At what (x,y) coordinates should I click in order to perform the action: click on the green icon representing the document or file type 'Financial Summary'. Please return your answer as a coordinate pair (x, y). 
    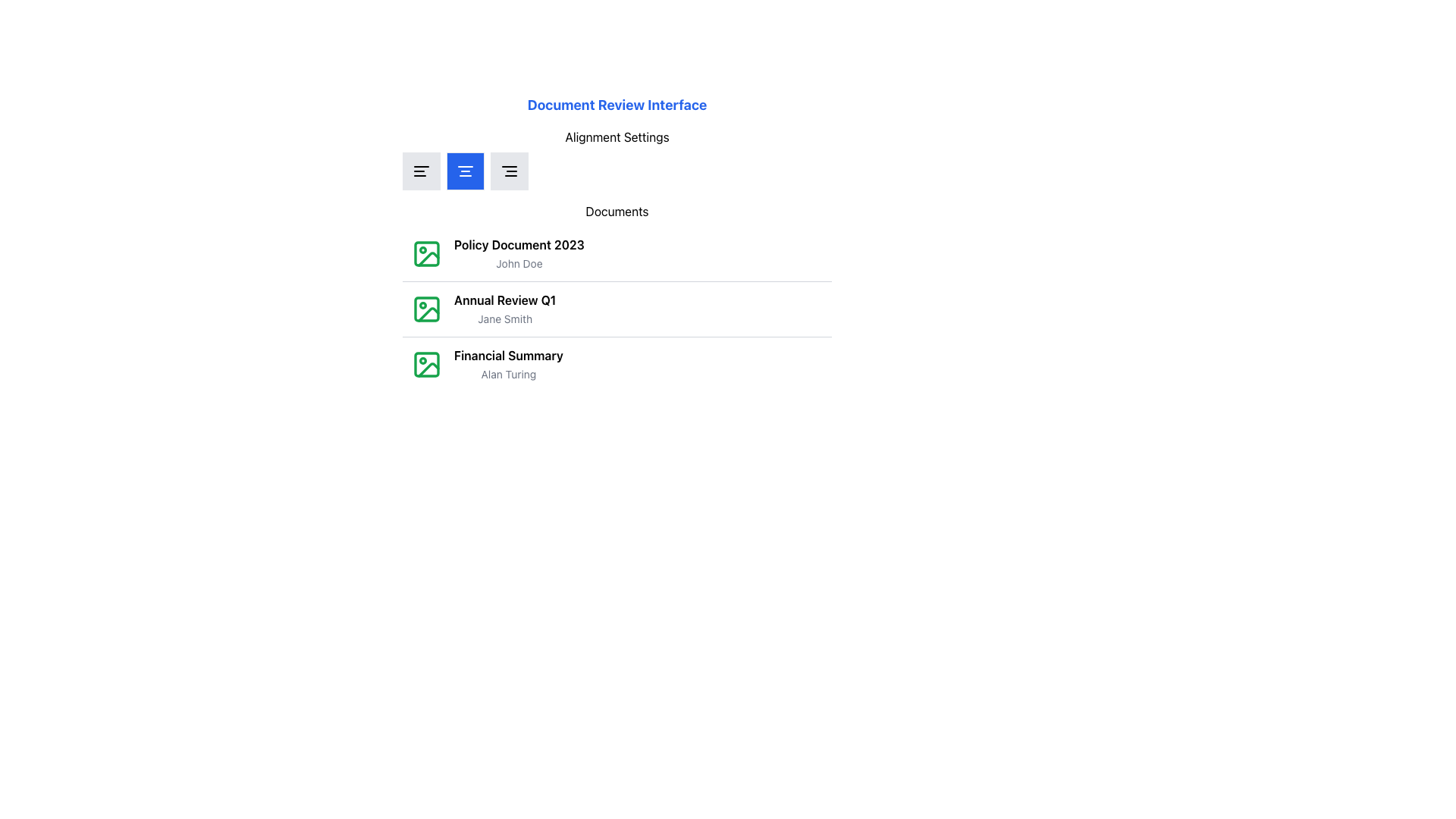
    Looking at the image, I should click on (425, 365).